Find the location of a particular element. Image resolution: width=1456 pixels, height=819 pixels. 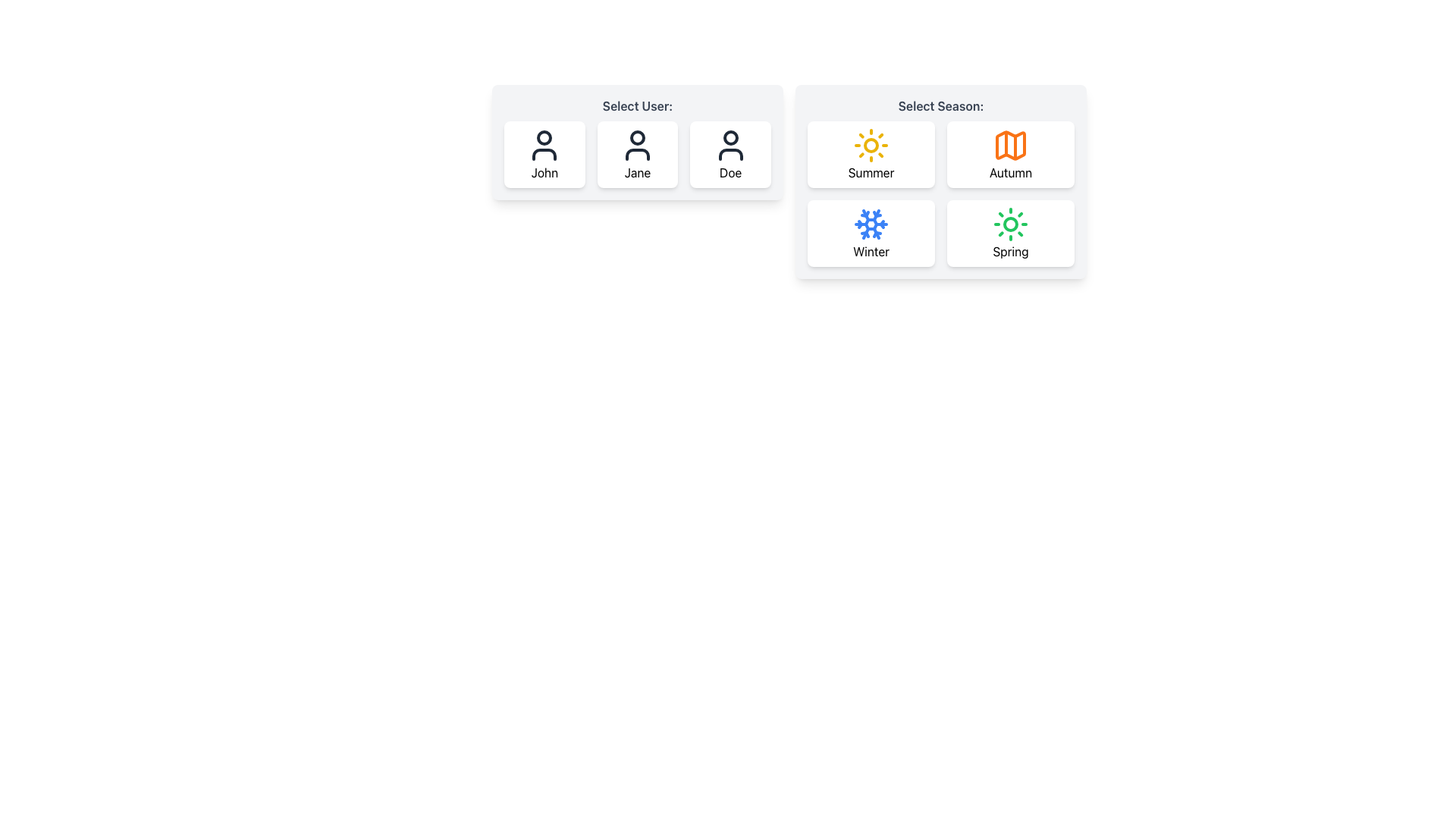

the rectangular button with rounded corners containing a yellow sun-like icon and the word 'Summer' in bold dark font is located at coordinates (871, 155).